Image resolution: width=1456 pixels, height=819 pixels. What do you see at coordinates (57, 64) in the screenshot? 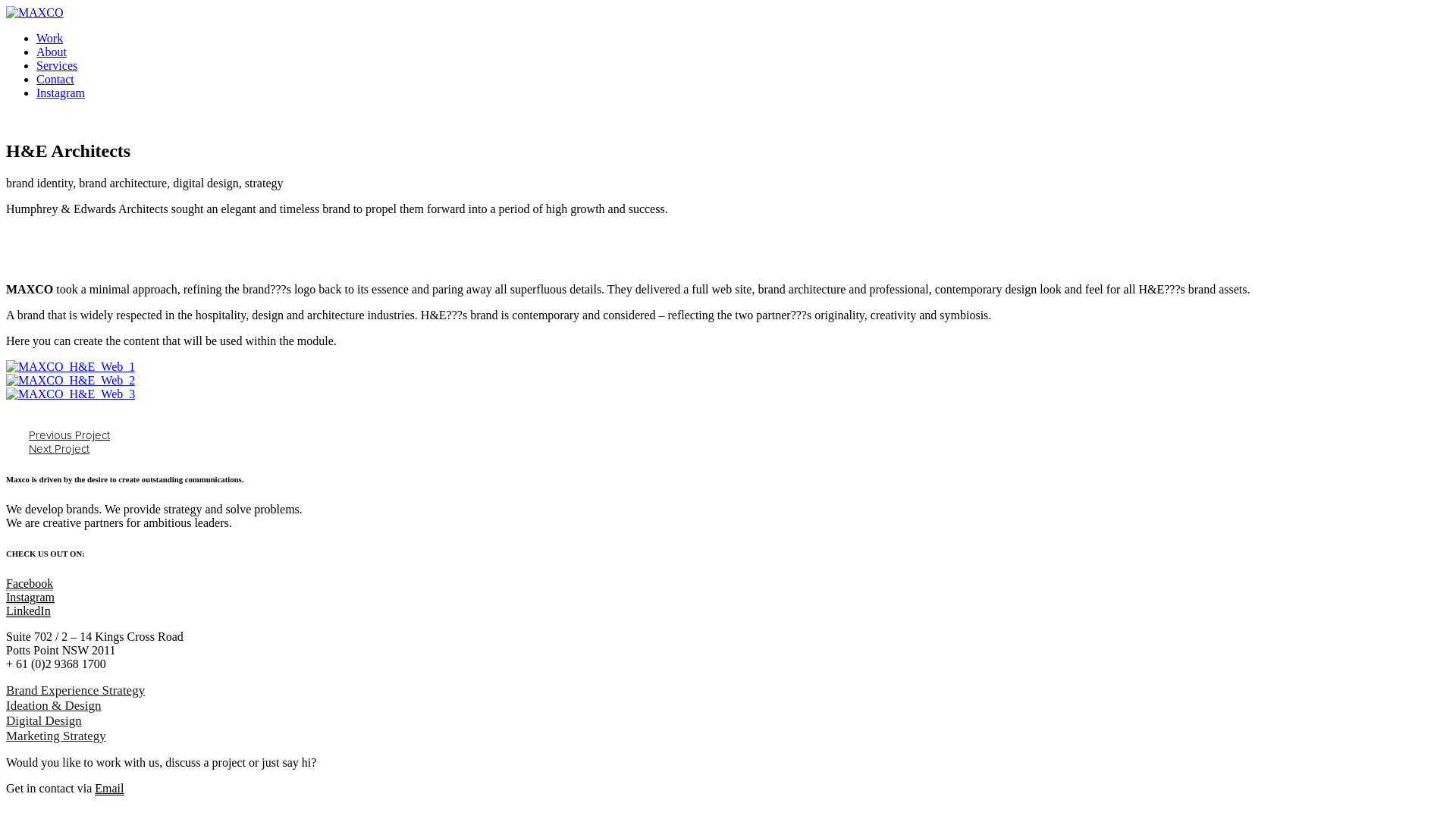
I see `'Services'` at bounding box center [57, 64].